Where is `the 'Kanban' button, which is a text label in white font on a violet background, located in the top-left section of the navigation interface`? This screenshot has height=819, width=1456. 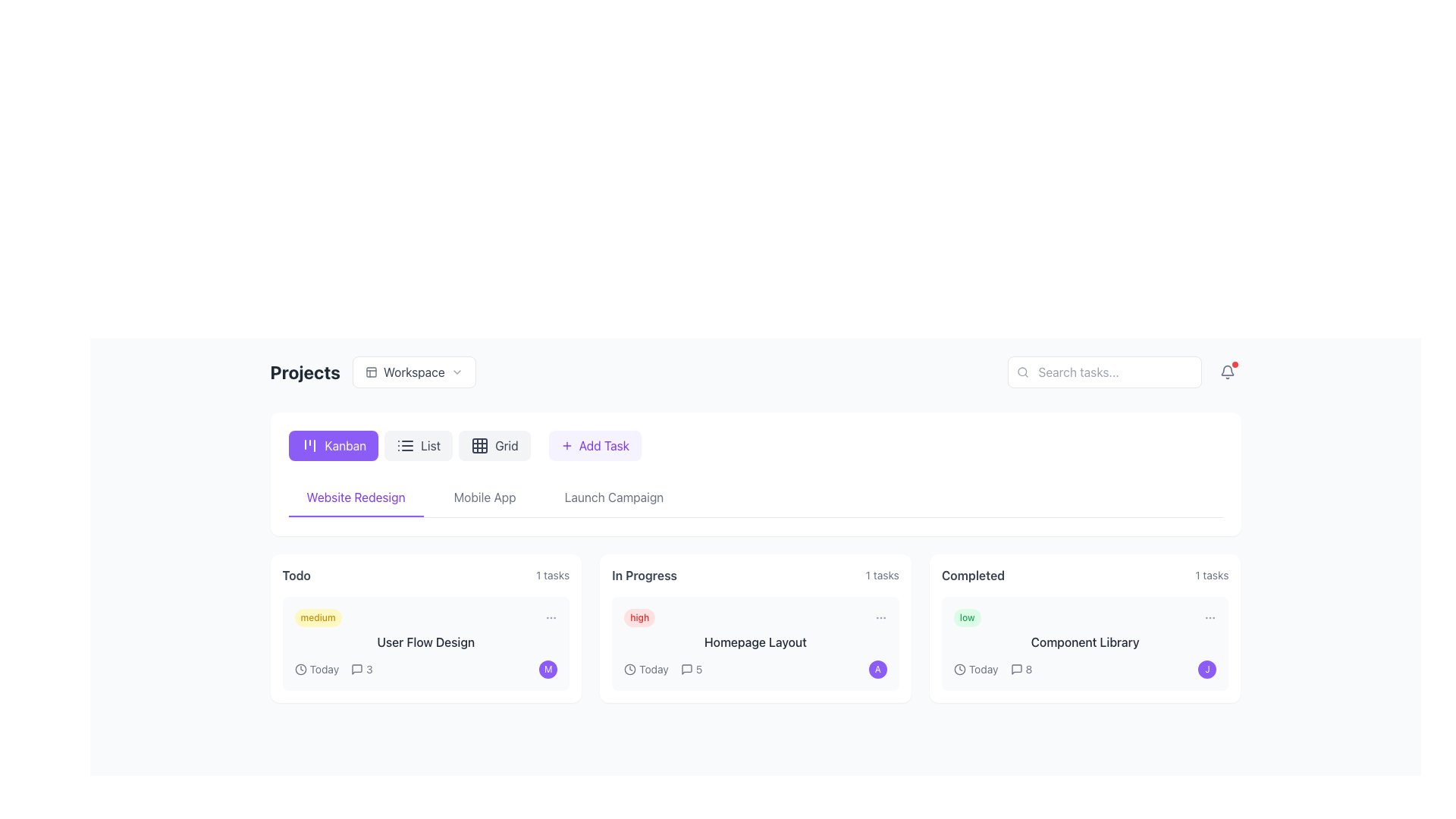 the 'Kanban' button, which is a text label in white font on a violet background, located in the top-left section of the navigation interface is located at coordinates (344, 444).